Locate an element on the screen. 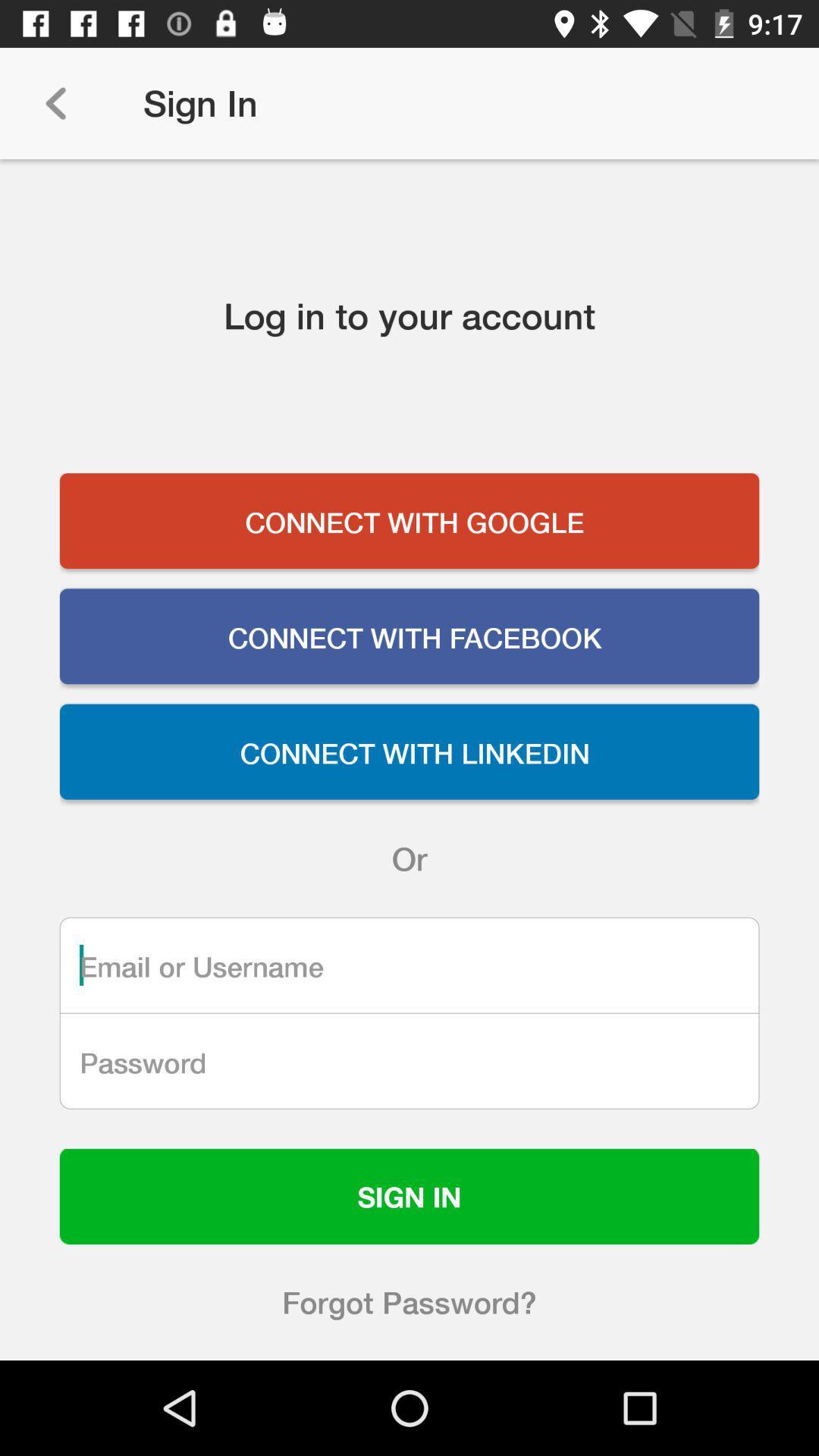  the icon above the sign in icon is located at coordinates (409, 1060).